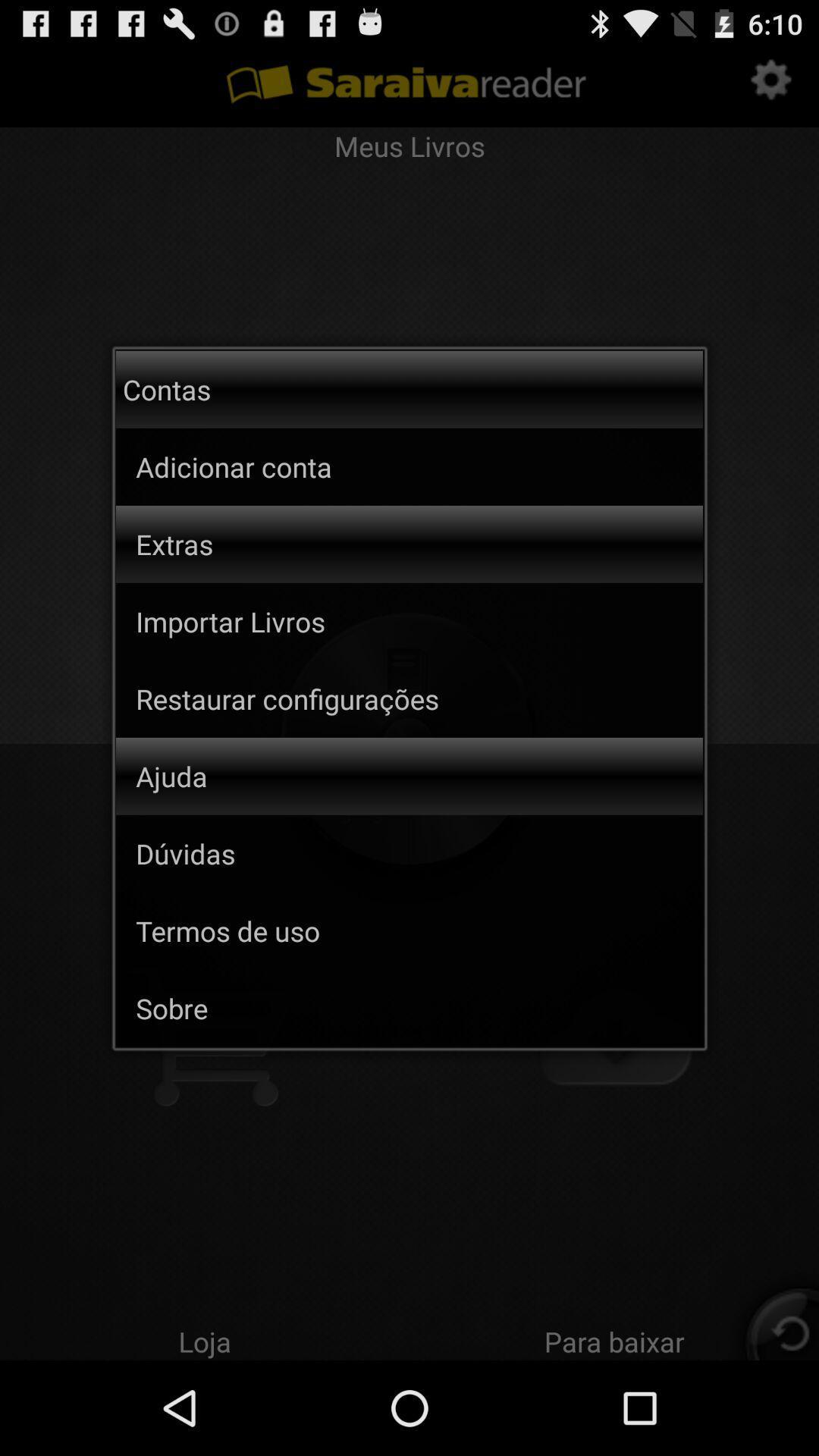 The width and height of the screenshot is (819, 1456). What do you see at coordinates (295, 466) in the screenshot?
I see `the adicionar conta                   item` at bounding box center [295, 466].